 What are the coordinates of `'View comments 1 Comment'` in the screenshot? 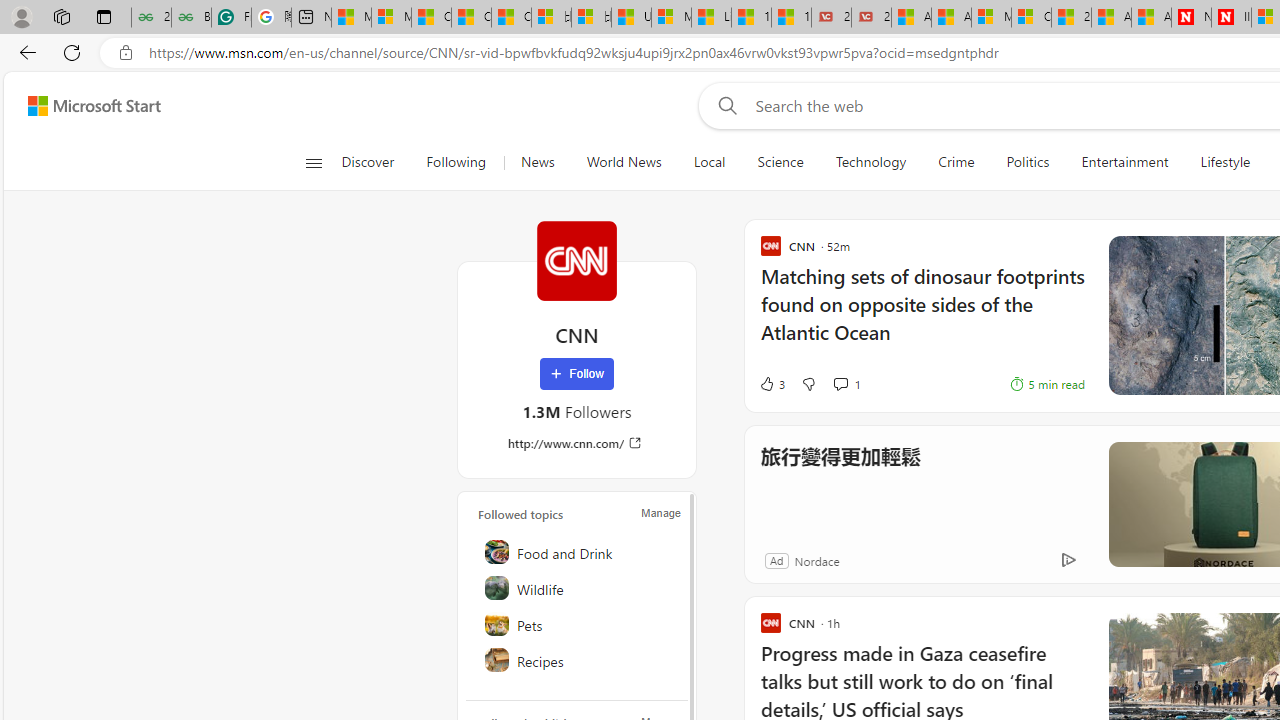 It's located at (846, 384).